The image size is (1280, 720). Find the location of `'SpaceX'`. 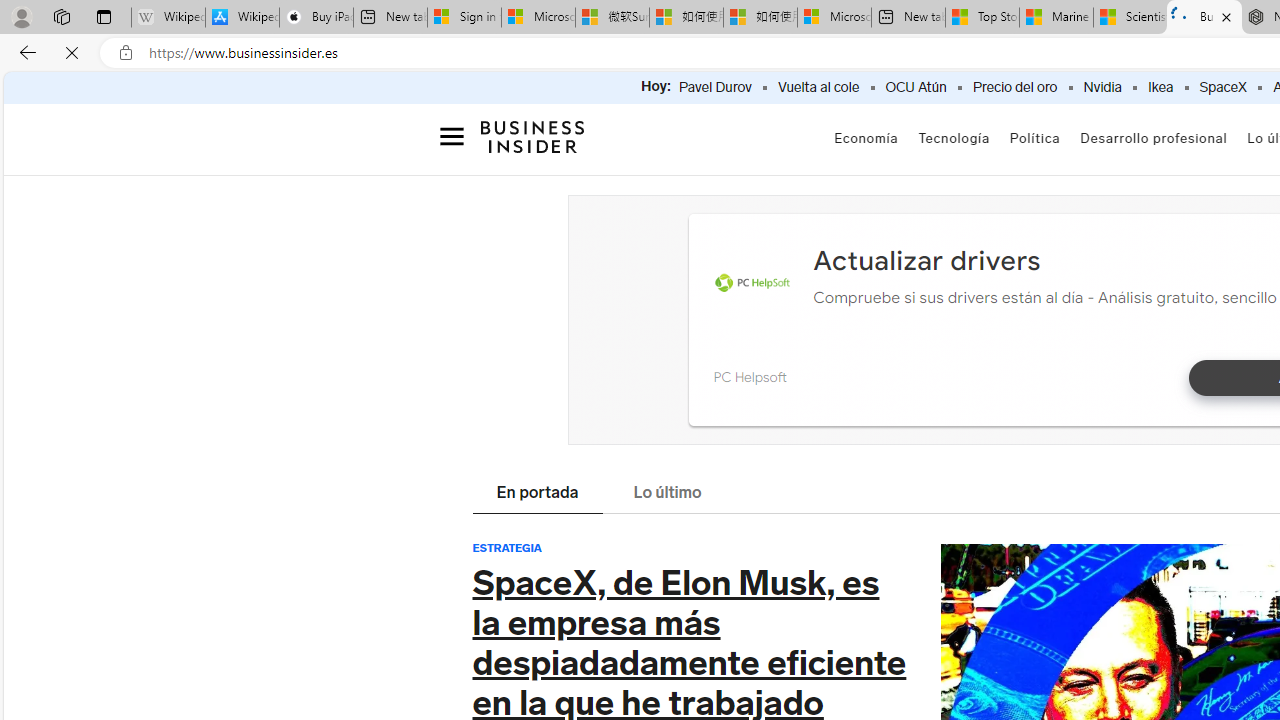

'SpaceX' is located at coordinates (1221, 87).